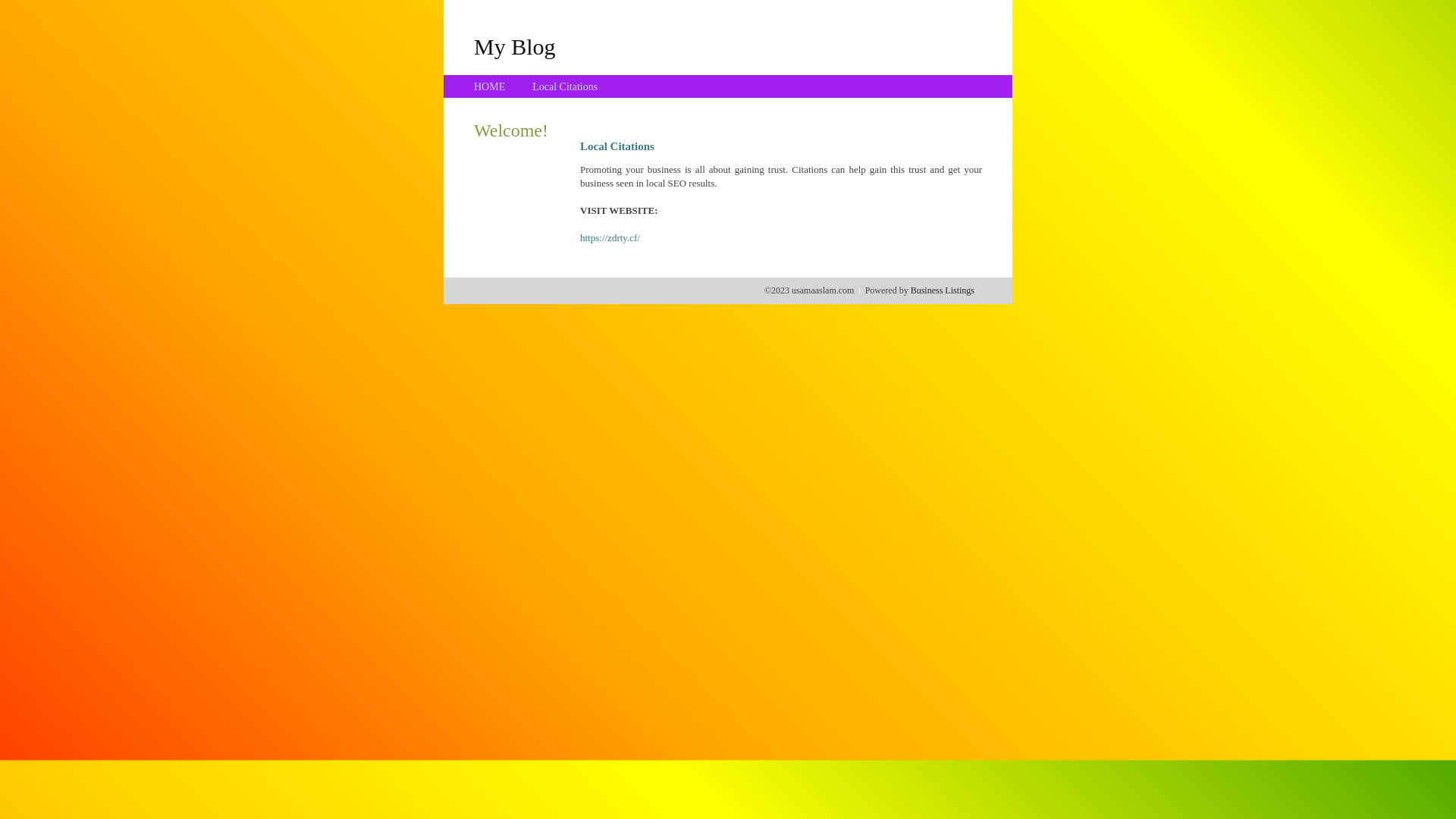 The image size is (1456, 819). Describe the element at coordinates (610, 237) in the screenshot. I see `'https://zdrty.cf/'` at that location.